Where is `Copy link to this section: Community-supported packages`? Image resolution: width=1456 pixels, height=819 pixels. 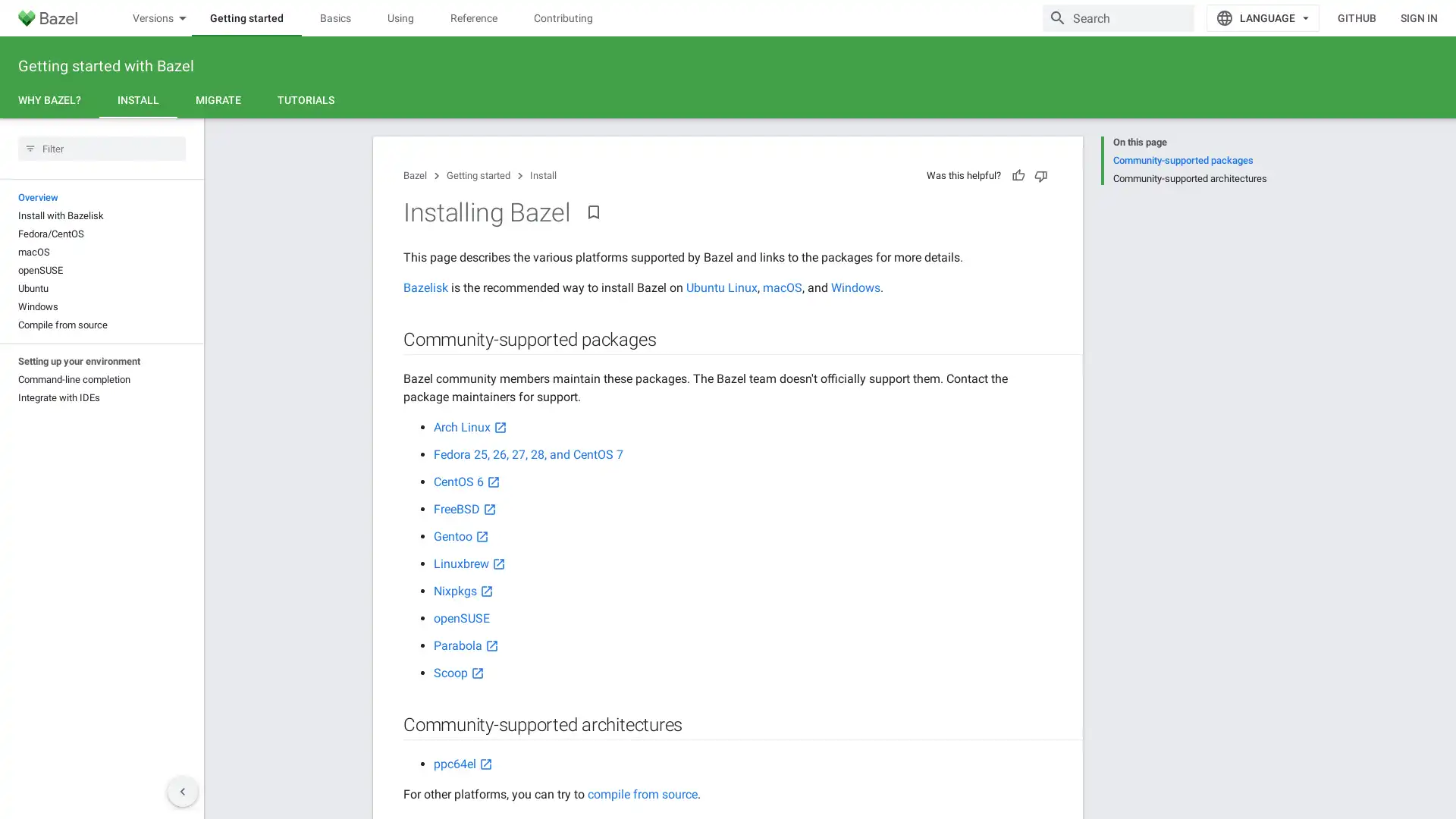 Copy link to this section: Community-supported packages is located at coordinates (670, 339).